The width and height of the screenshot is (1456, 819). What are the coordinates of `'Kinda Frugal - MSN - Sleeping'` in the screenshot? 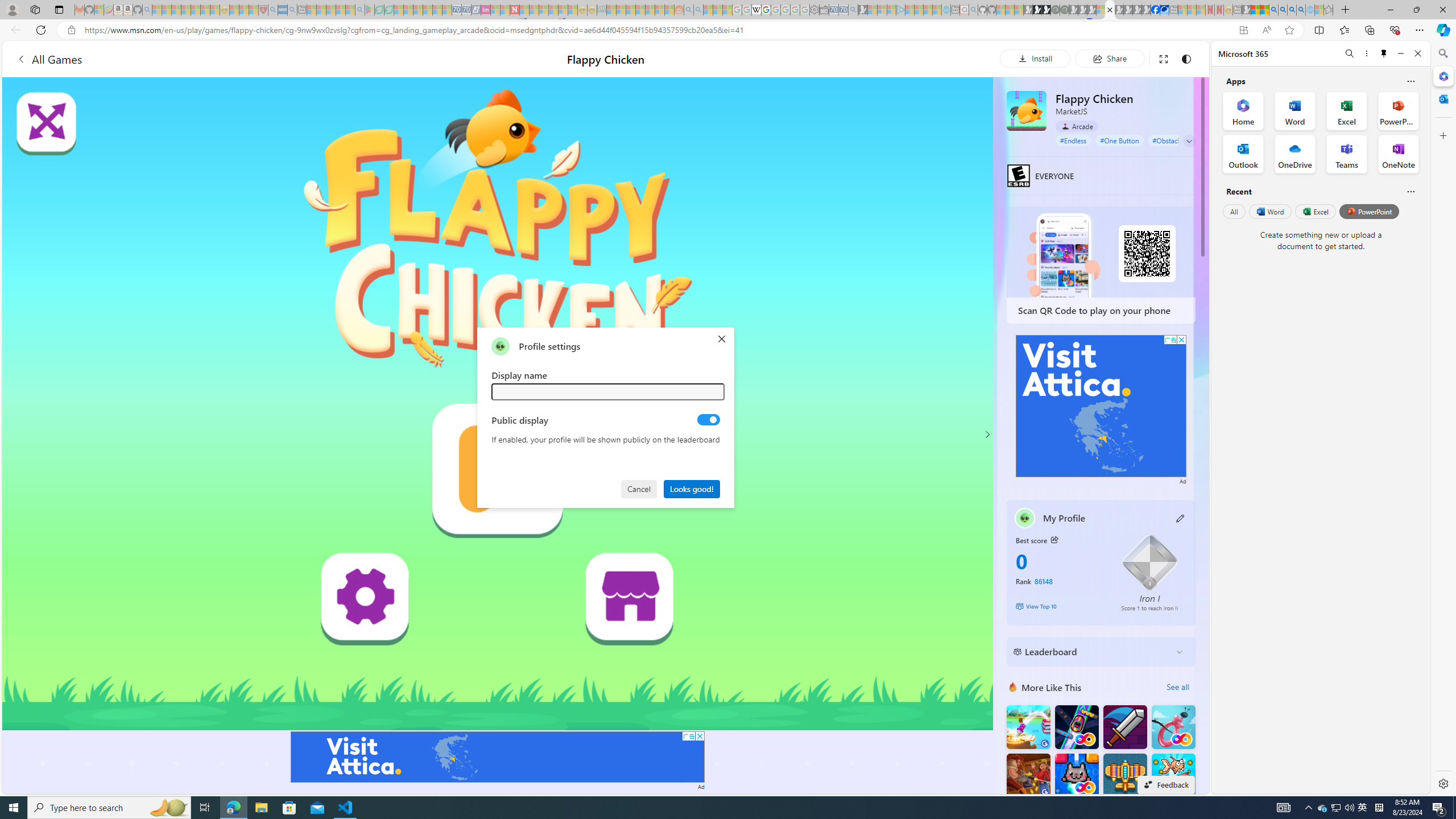 It's located at (650, 9).